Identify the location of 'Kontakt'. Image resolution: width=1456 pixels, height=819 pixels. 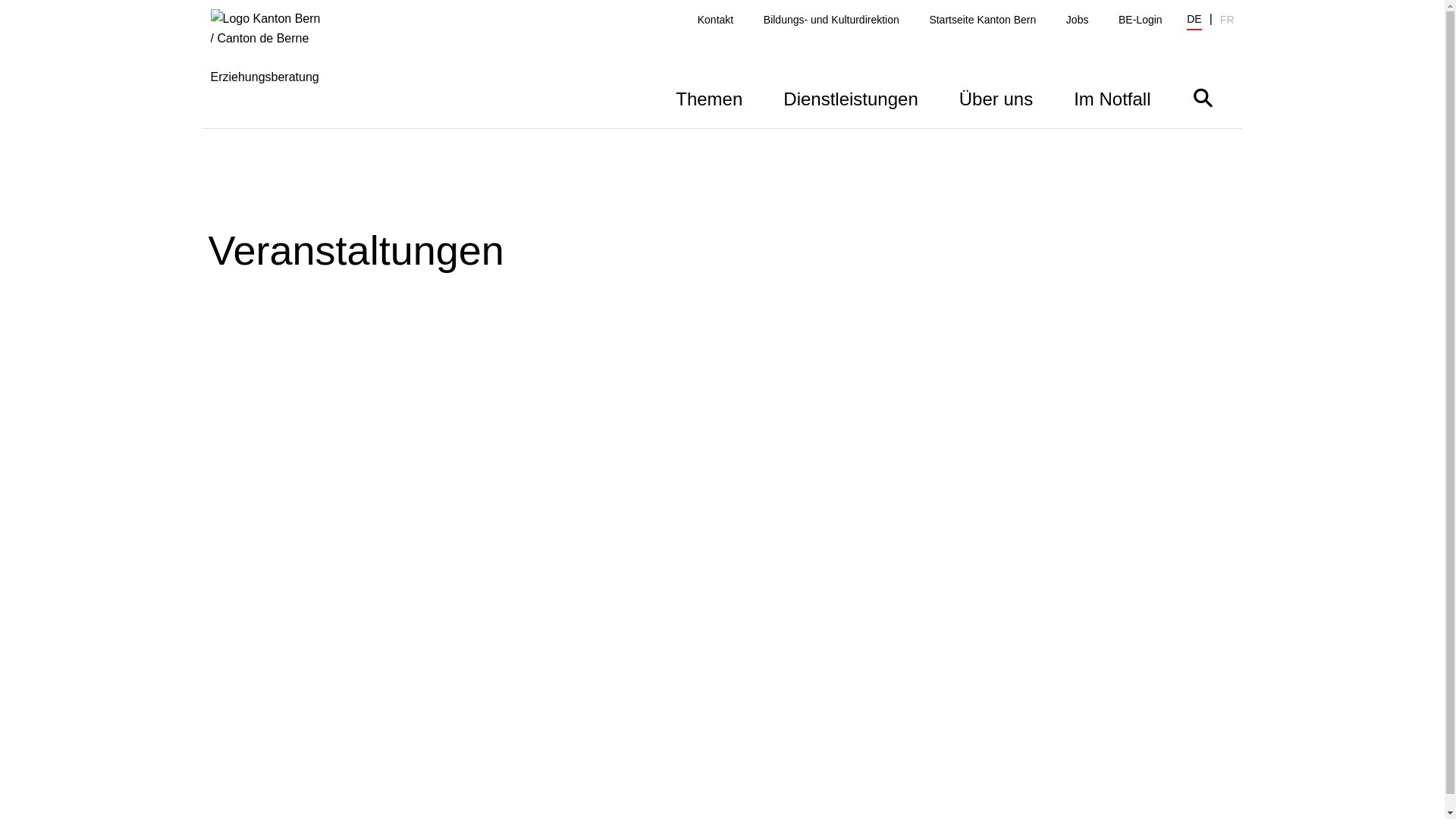
(697, 20).